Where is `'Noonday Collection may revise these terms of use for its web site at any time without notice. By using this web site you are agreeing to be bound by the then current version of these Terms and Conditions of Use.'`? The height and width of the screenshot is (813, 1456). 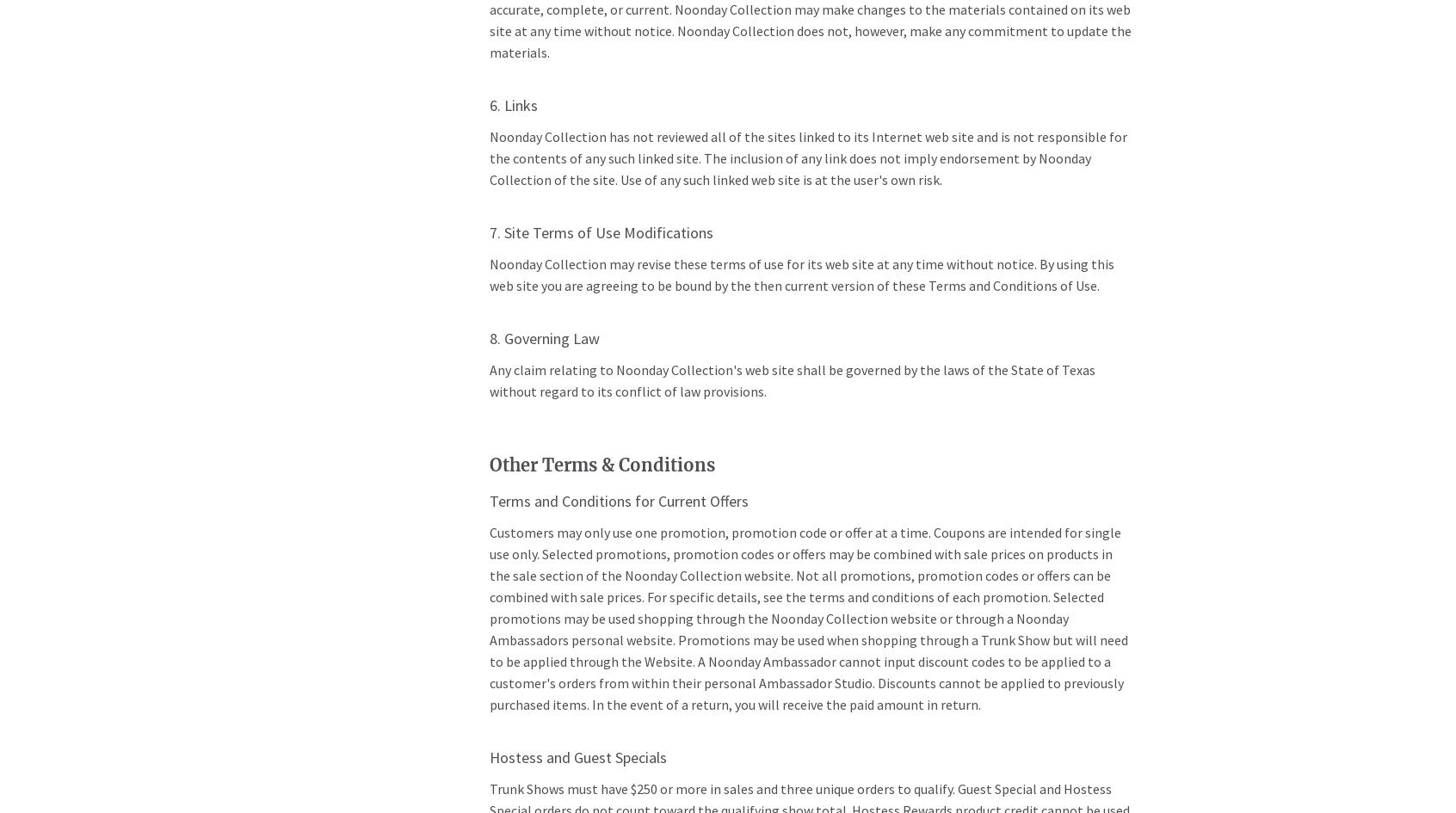
'Noonday Collection may revise these terms of use for its web site at any time without notice. By using this web site you are agreeing to be bound by the then current version of these Terms and Conditions of Use.' is located at coordinates (800, 274).